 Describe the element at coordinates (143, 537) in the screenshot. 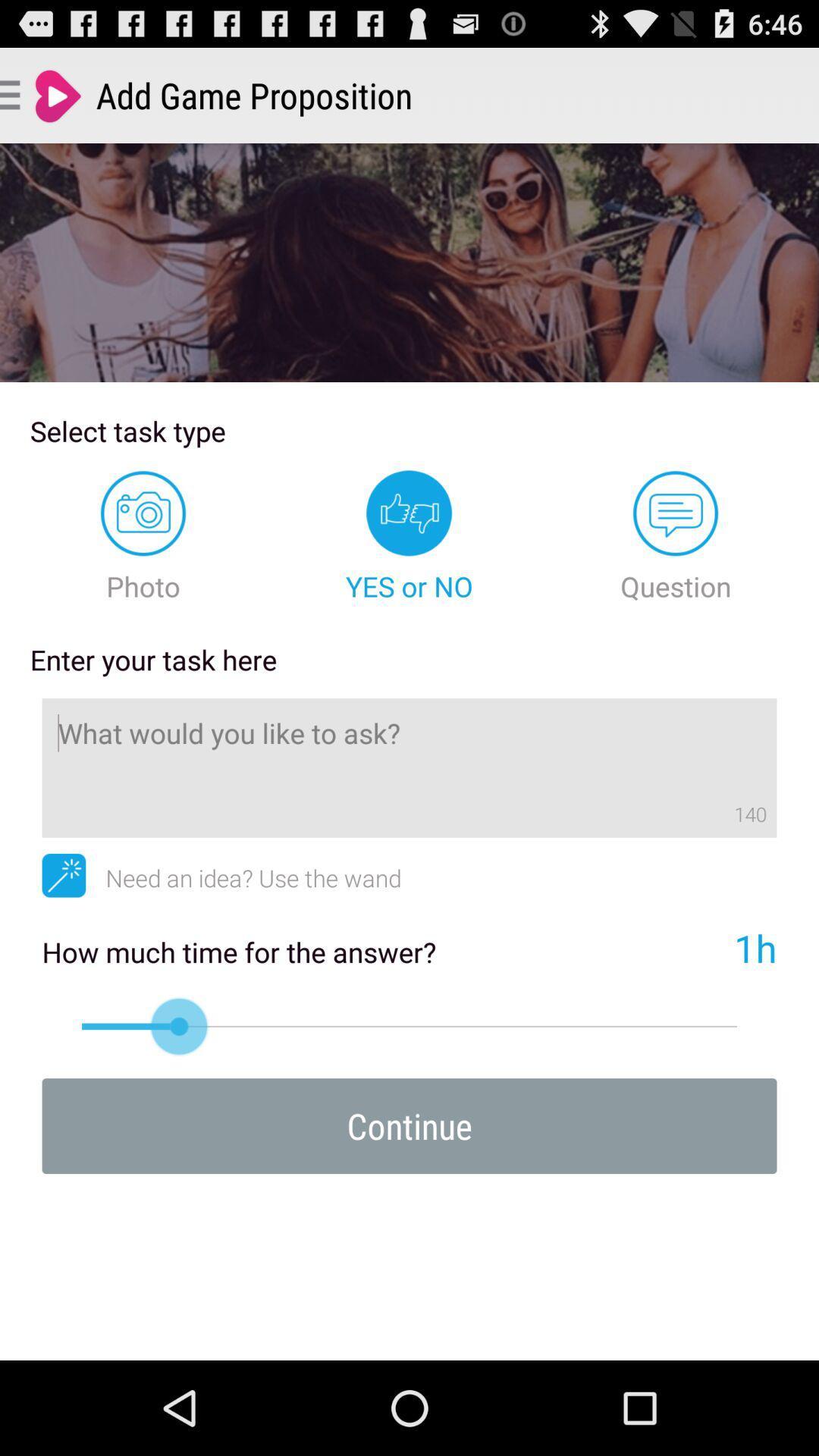

I see `icon above the enter your task item` at that location.